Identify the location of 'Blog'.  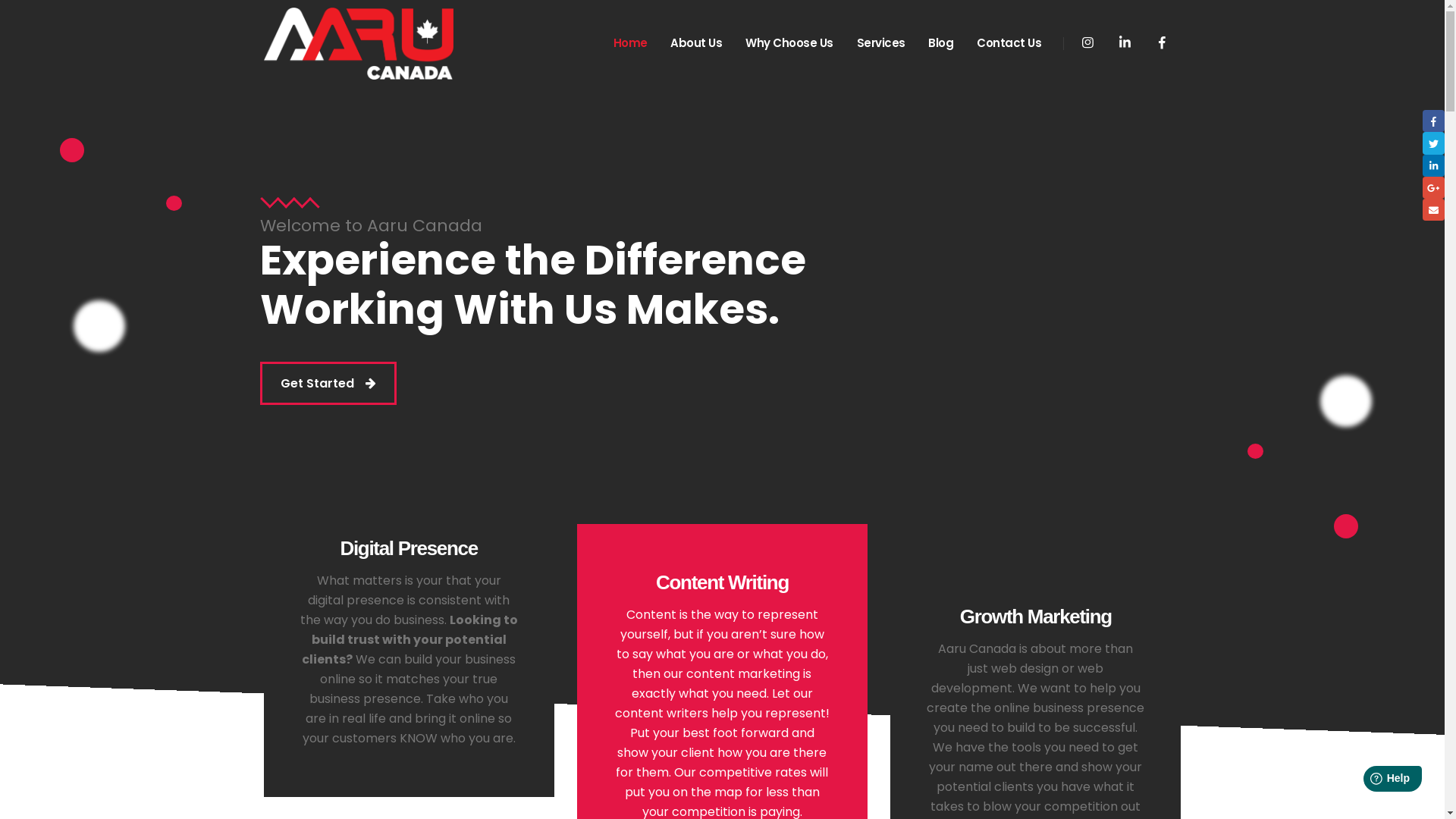
(940, 42).